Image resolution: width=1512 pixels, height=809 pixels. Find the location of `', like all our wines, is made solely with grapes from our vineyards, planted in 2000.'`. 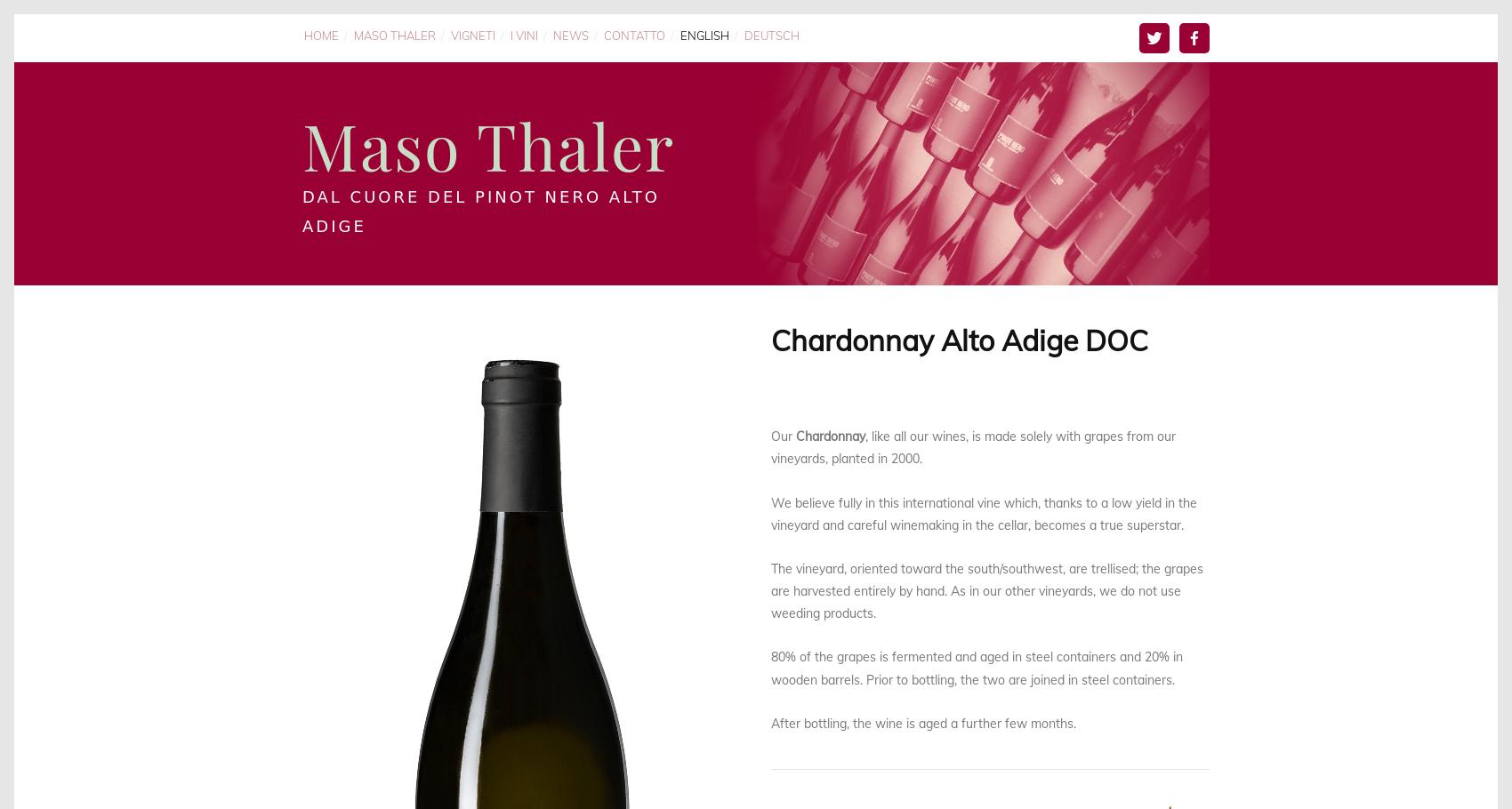

', like all our wines, is made solely with grapes from our vineyards, planted in 2000.' is located at coordinates (975, 447).